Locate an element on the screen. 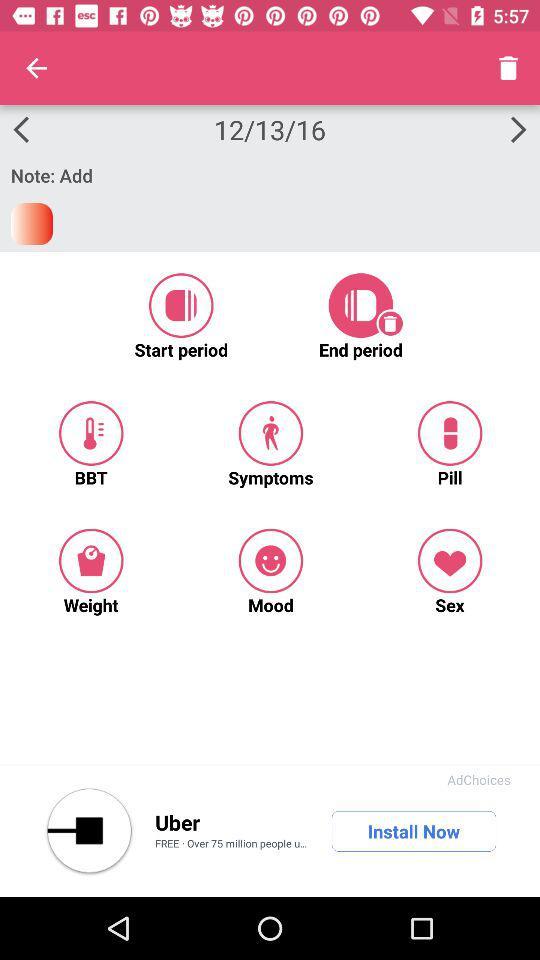  the item next to uber item is located at coordinates (88, 831).